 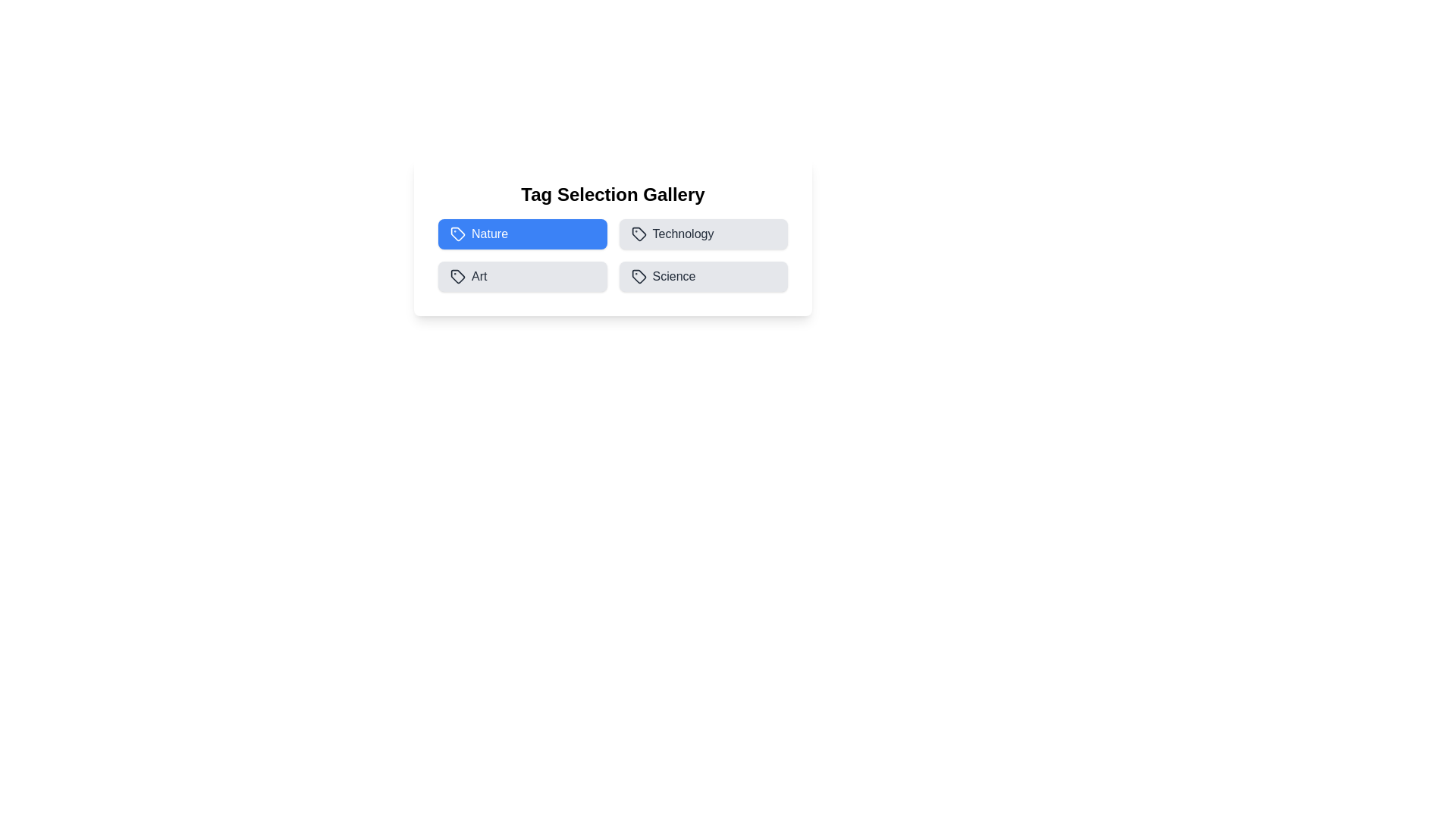 I want to click on the Science tag, so click(x=702, y=277).